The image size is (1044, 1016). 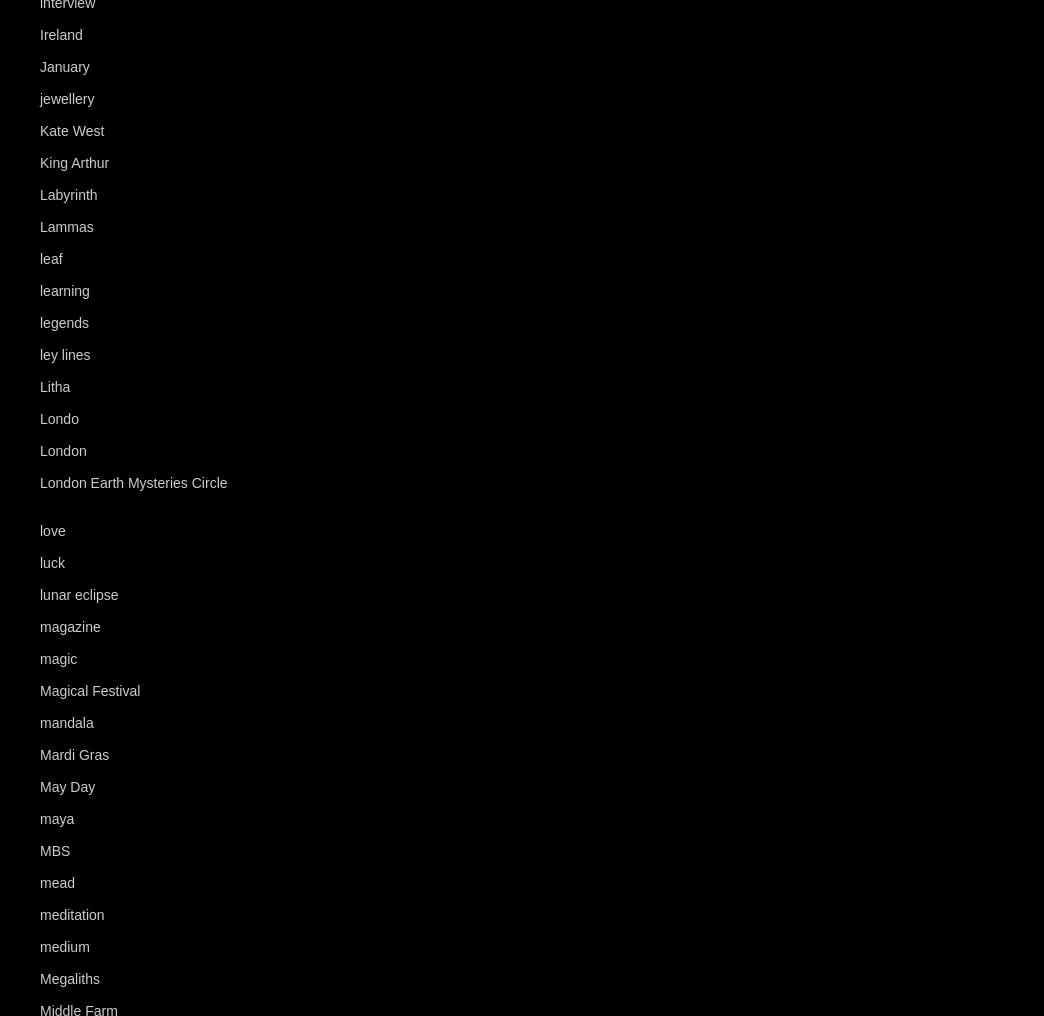 I want to click on 'May Day', so click(x=67, y=785).